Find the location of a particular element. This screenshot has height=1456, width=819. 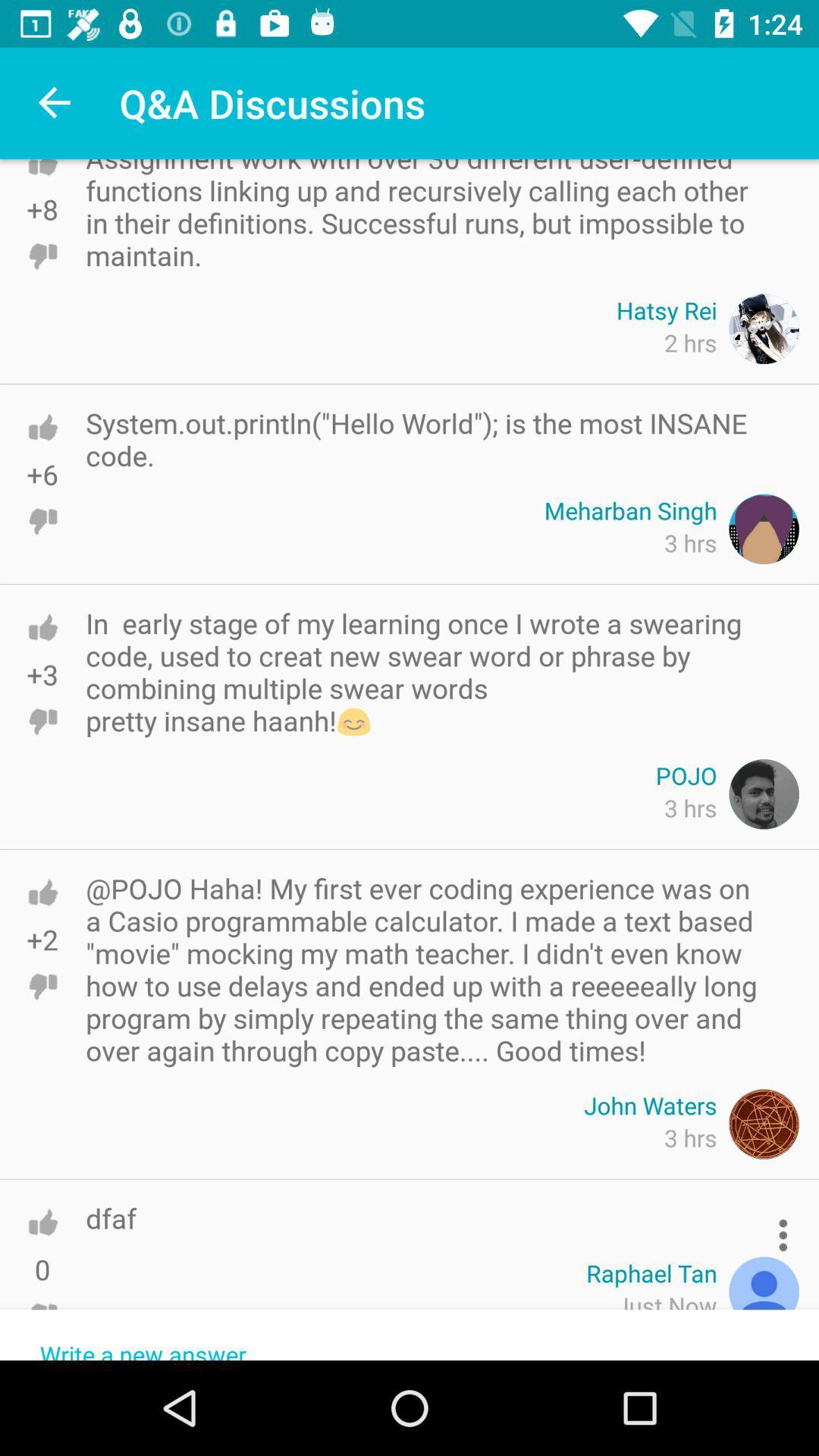

click the unlike is located at coordinates (42, 720).